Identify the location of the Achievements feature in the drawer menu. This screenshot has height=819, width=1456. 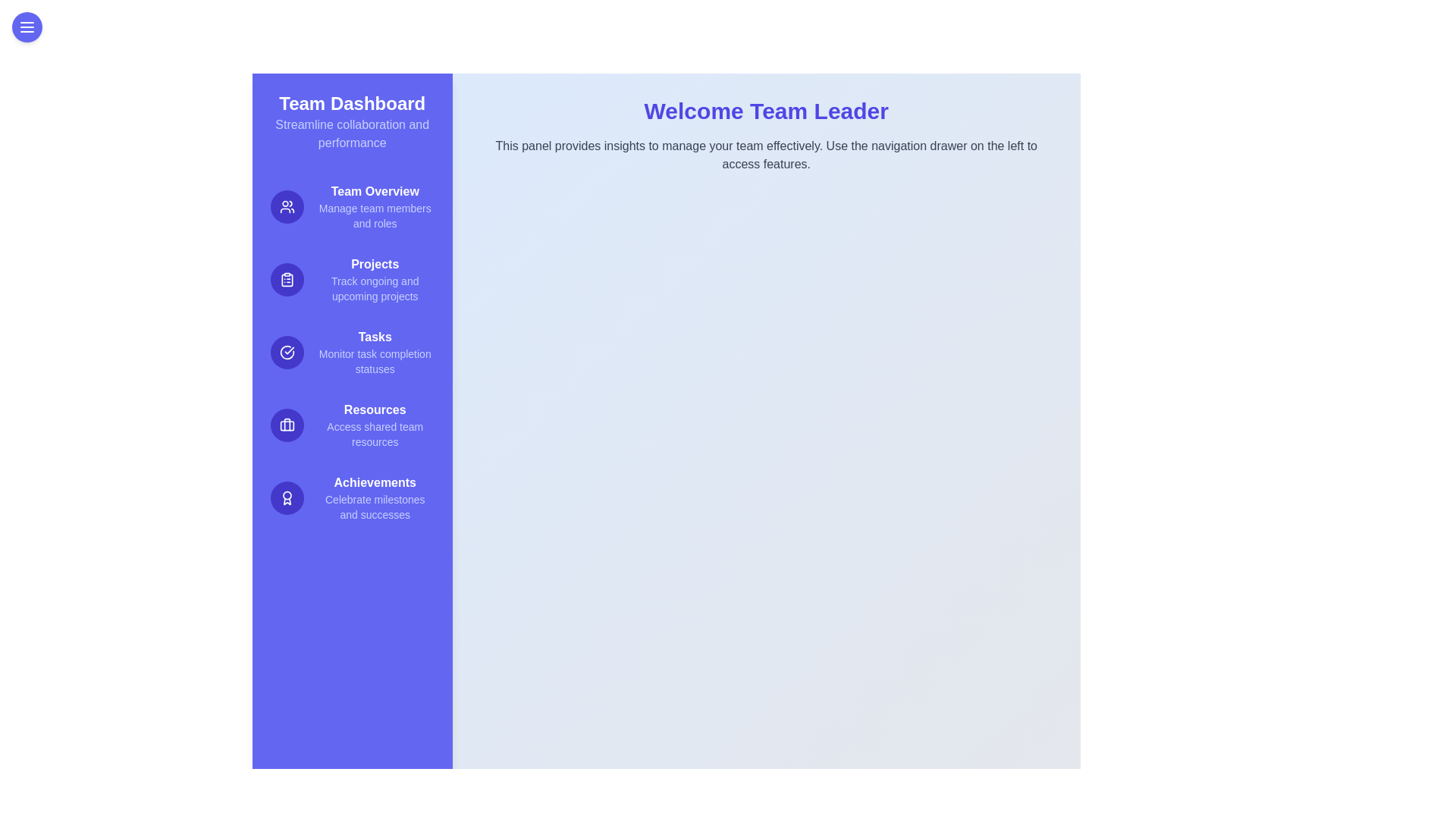
(351, 497).